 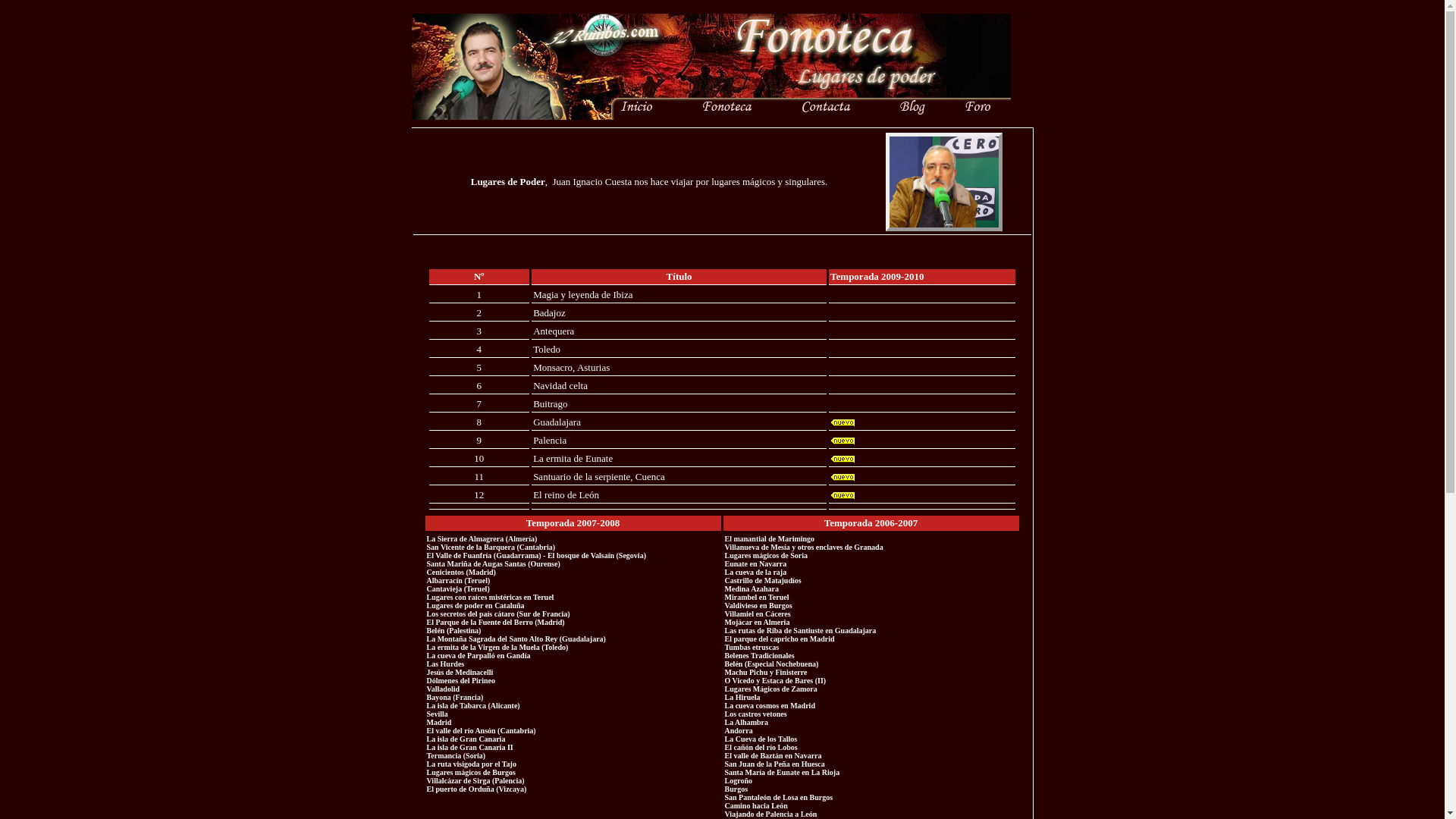 I want to click on 'Guadalajara', so click(x=556, y=422).